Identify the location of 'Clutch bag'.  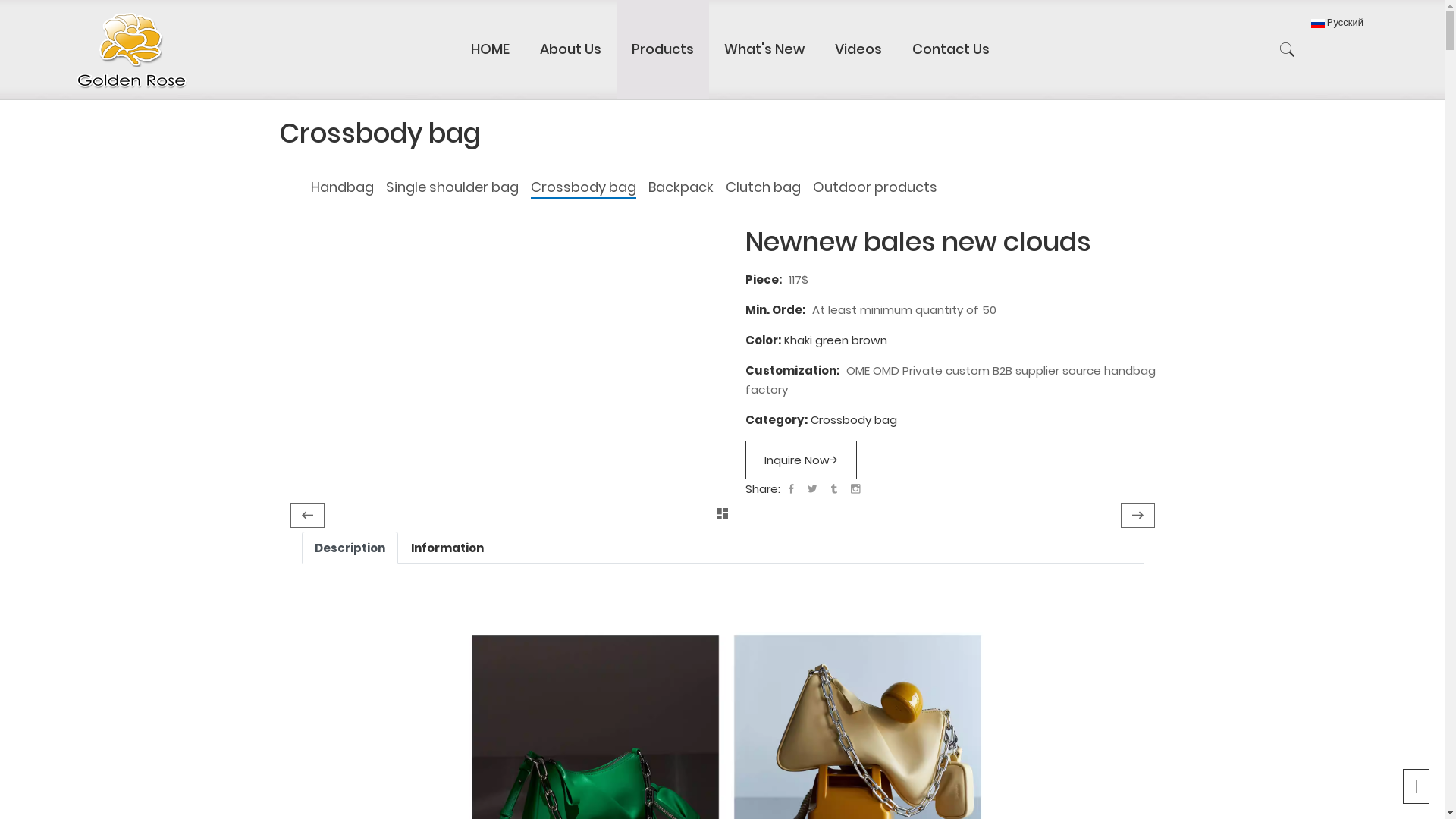
(762, 186).